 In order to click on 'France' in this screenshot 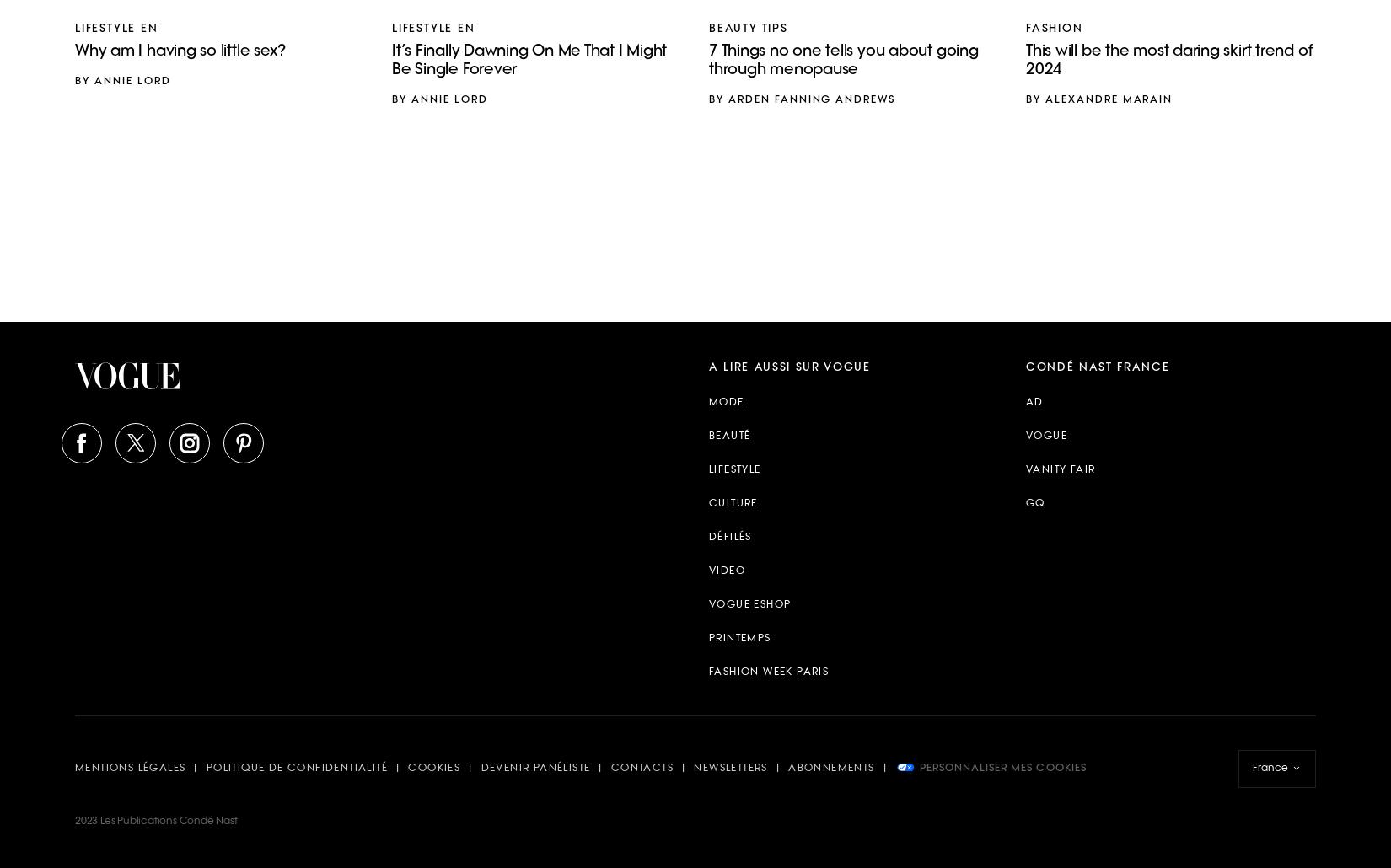, I will do `click(1269, 768)`.